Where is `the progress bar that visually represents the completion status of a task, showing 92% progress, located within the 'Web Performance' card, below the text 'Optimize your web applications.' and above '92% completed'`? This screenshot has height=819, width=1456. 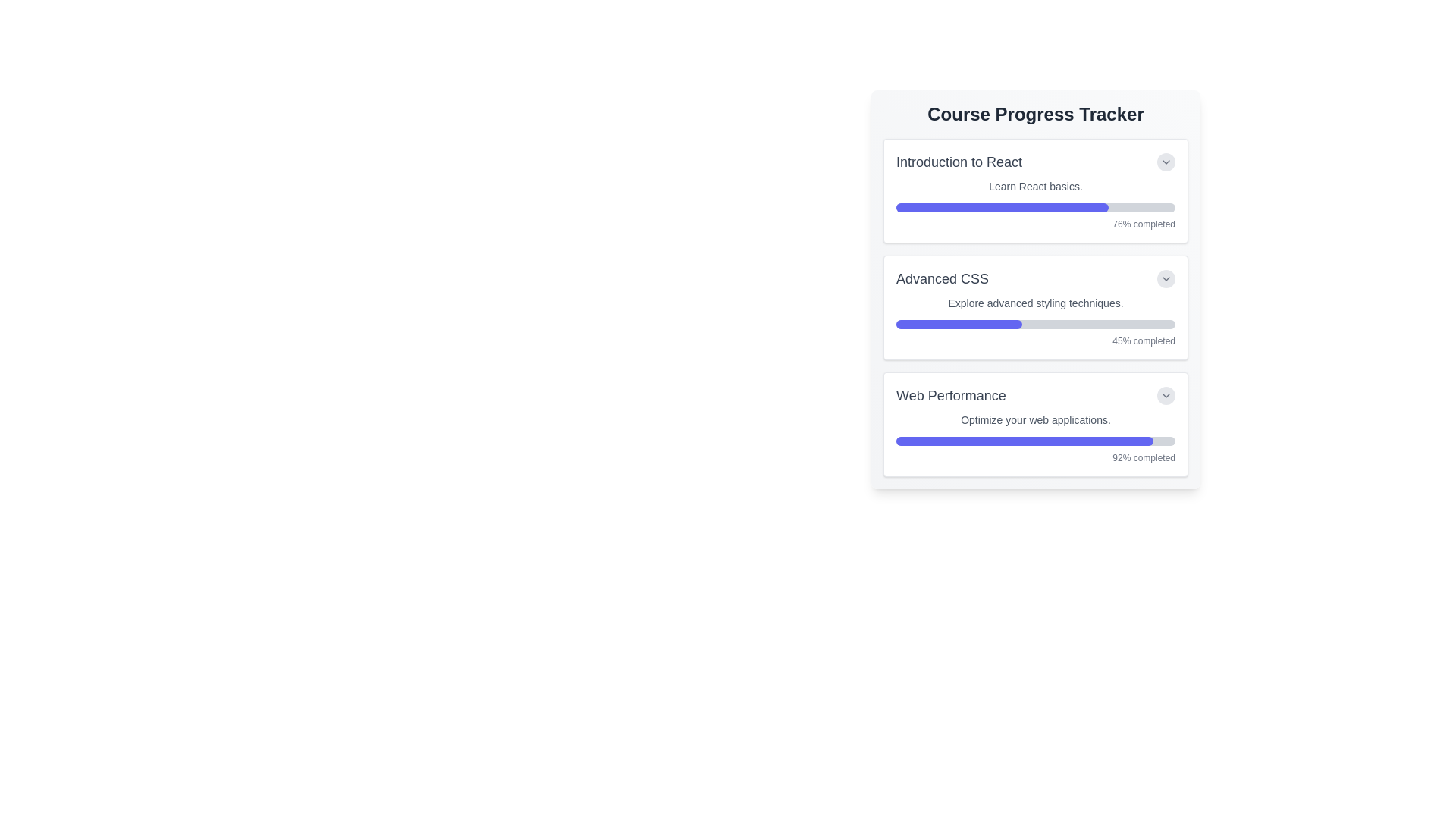
the progress bar that visually represents the completion status of a task, showing 92% progress, located within the 'Web Performance' card, below the text 'Optimize your web applications.' and above '92% completed' is located at coordinates (1035, 441).